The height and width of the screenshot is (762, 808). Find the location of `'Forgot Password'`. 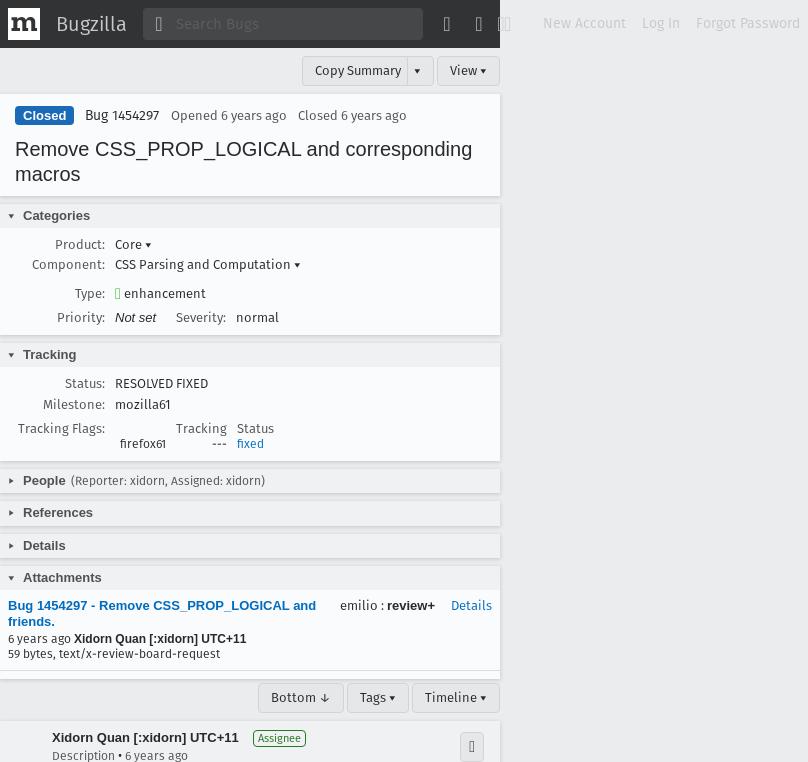

'Forgot Password' is located at coordinates (746, 22).